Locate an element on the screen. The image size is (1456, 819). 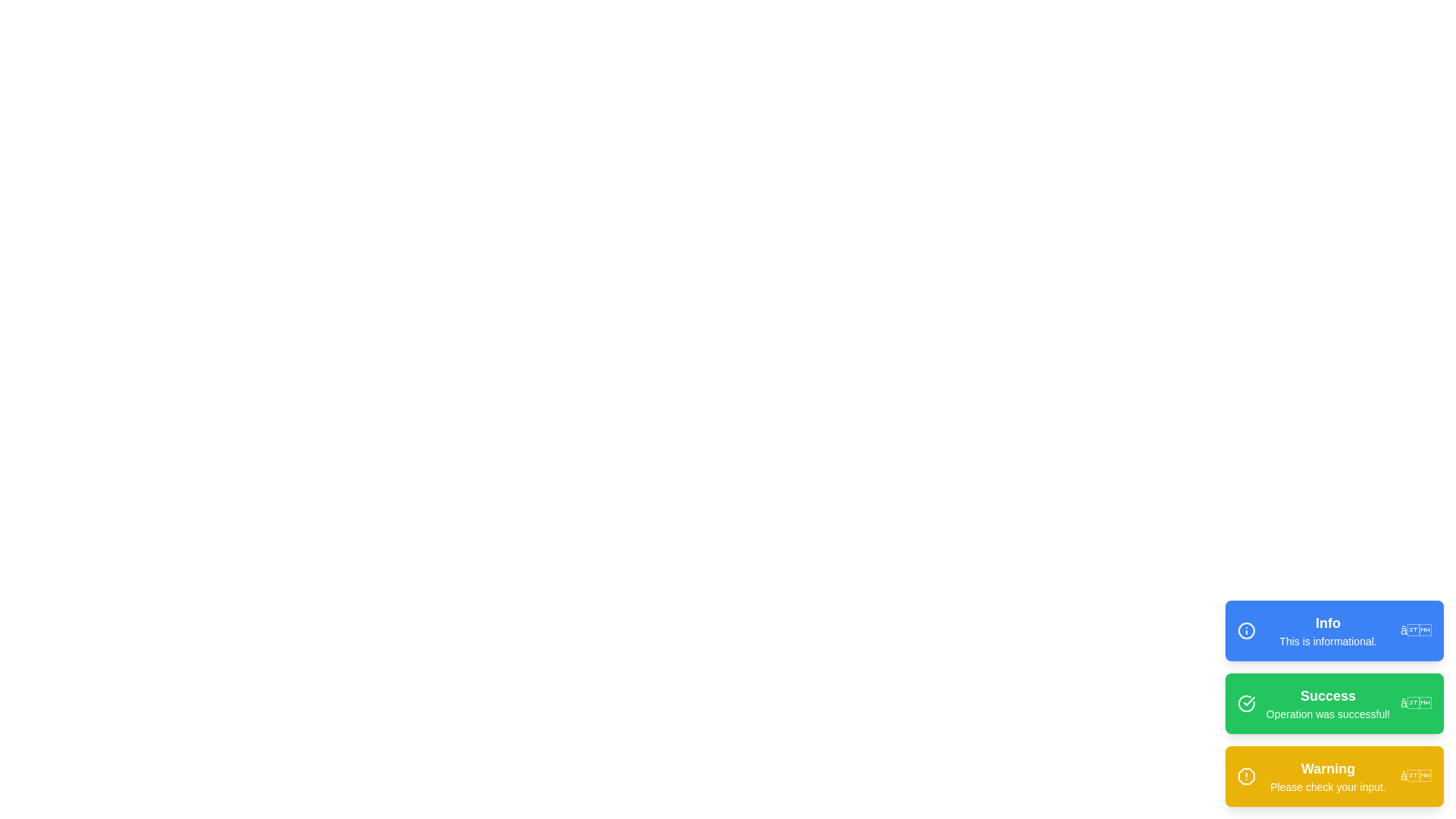
the success confirmation icon located within the green notification card labeled 'Success: Operation was successful!' is located at coordinates (1249, 701).